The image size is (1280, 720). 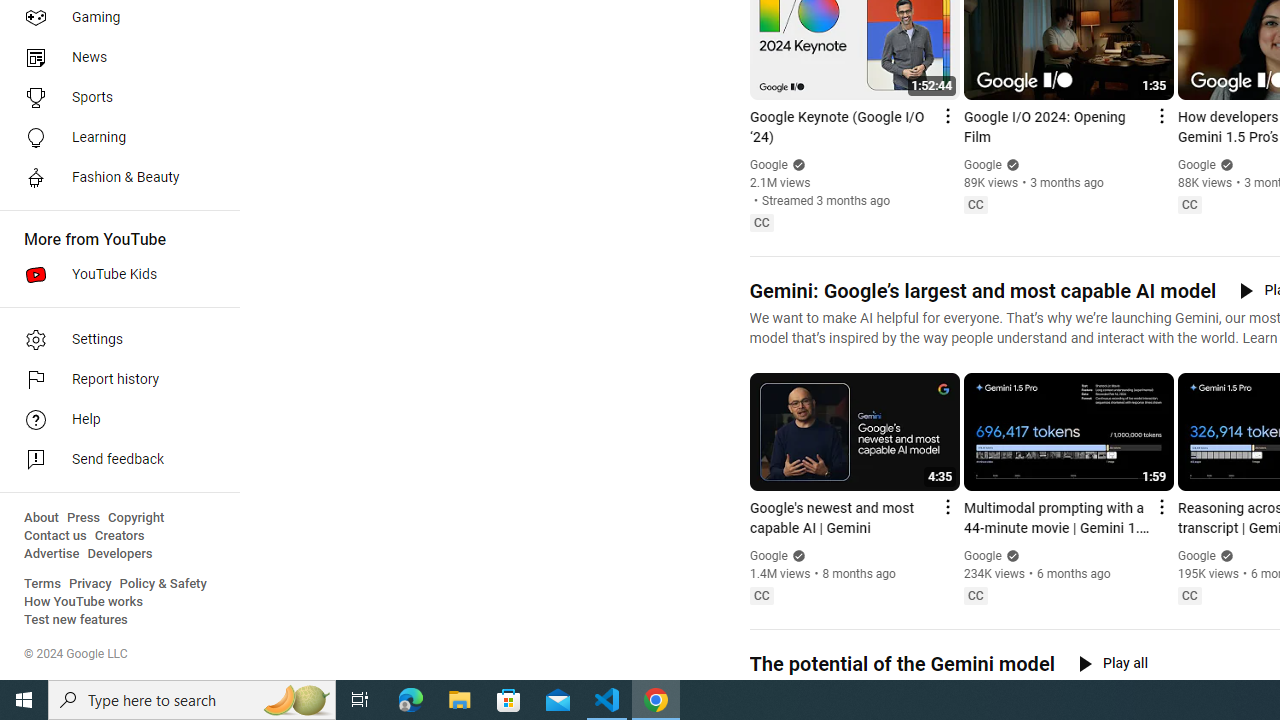 What do you see at coordinates (112, 136) in the screenshot?
I see `'Learning'` at bounding box center [112, 136].